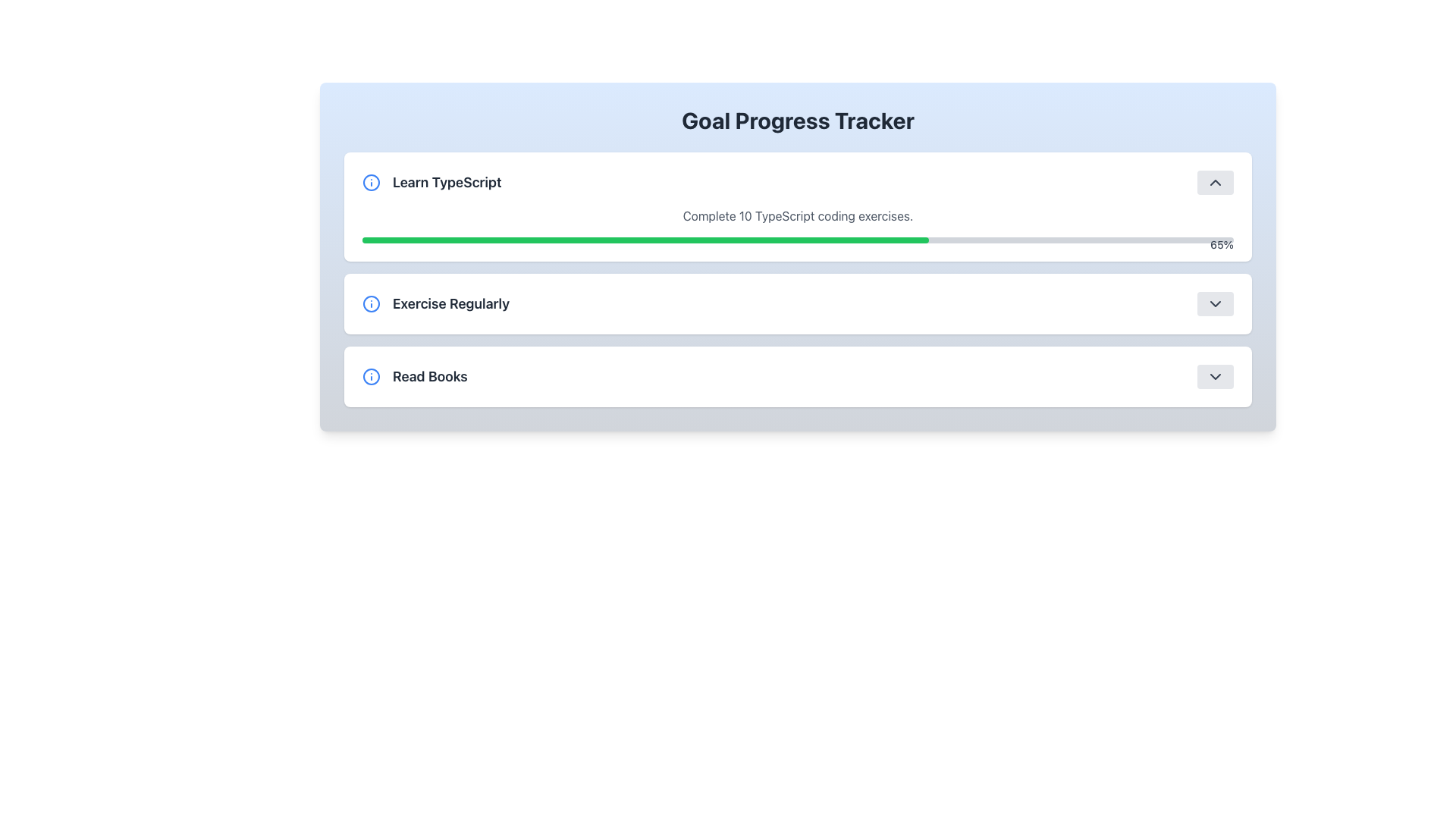  Describe the element at coordinates (1216, 181) in the screenshot. I see `the icon button located on the rightmost side of the 'Learn TypeScript' section` at that location.